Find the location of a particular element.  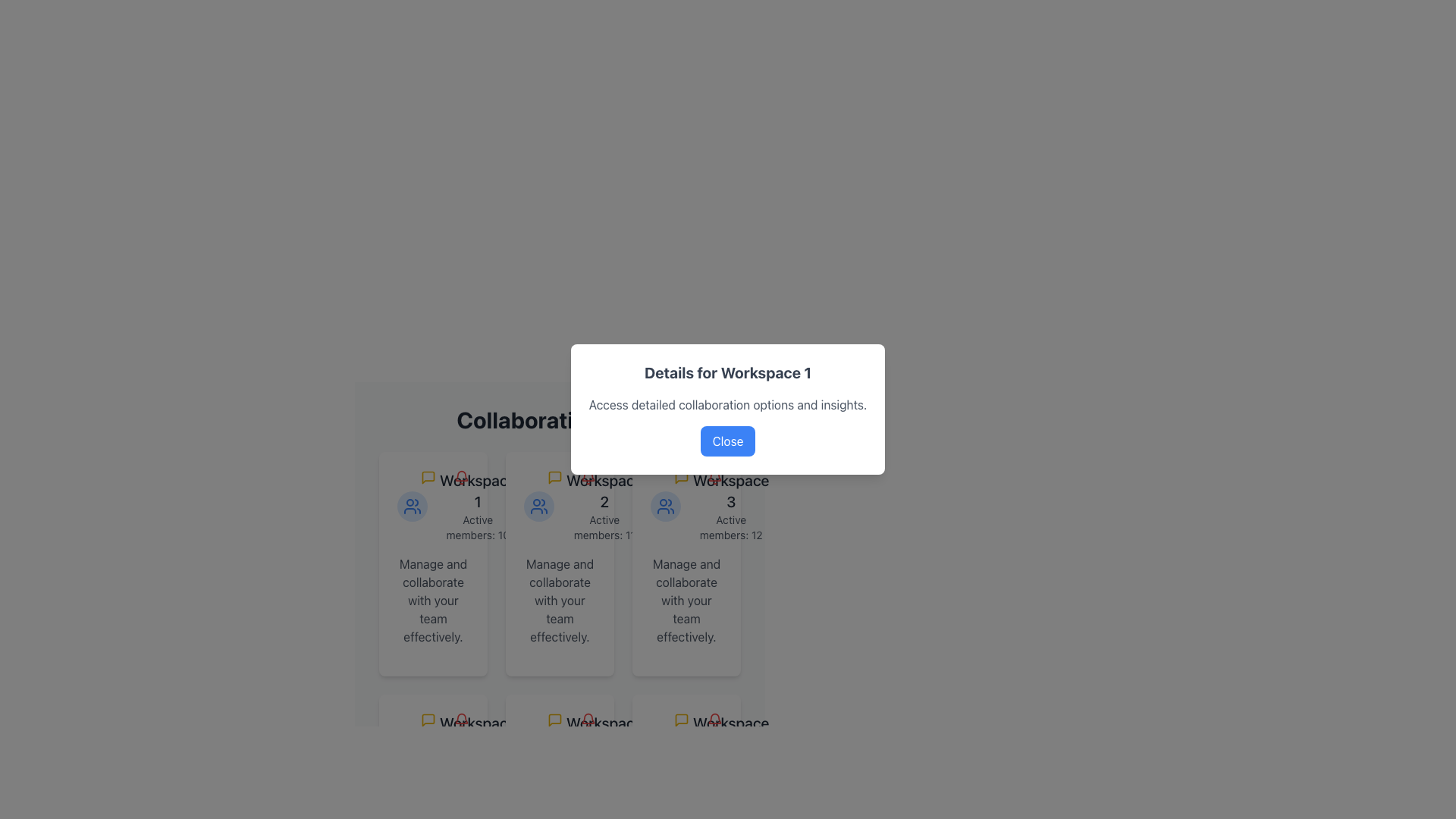

information displayed in the text element for 'Workspace 2', which shows its name and the number of active members is located at coordinates (604, 506).